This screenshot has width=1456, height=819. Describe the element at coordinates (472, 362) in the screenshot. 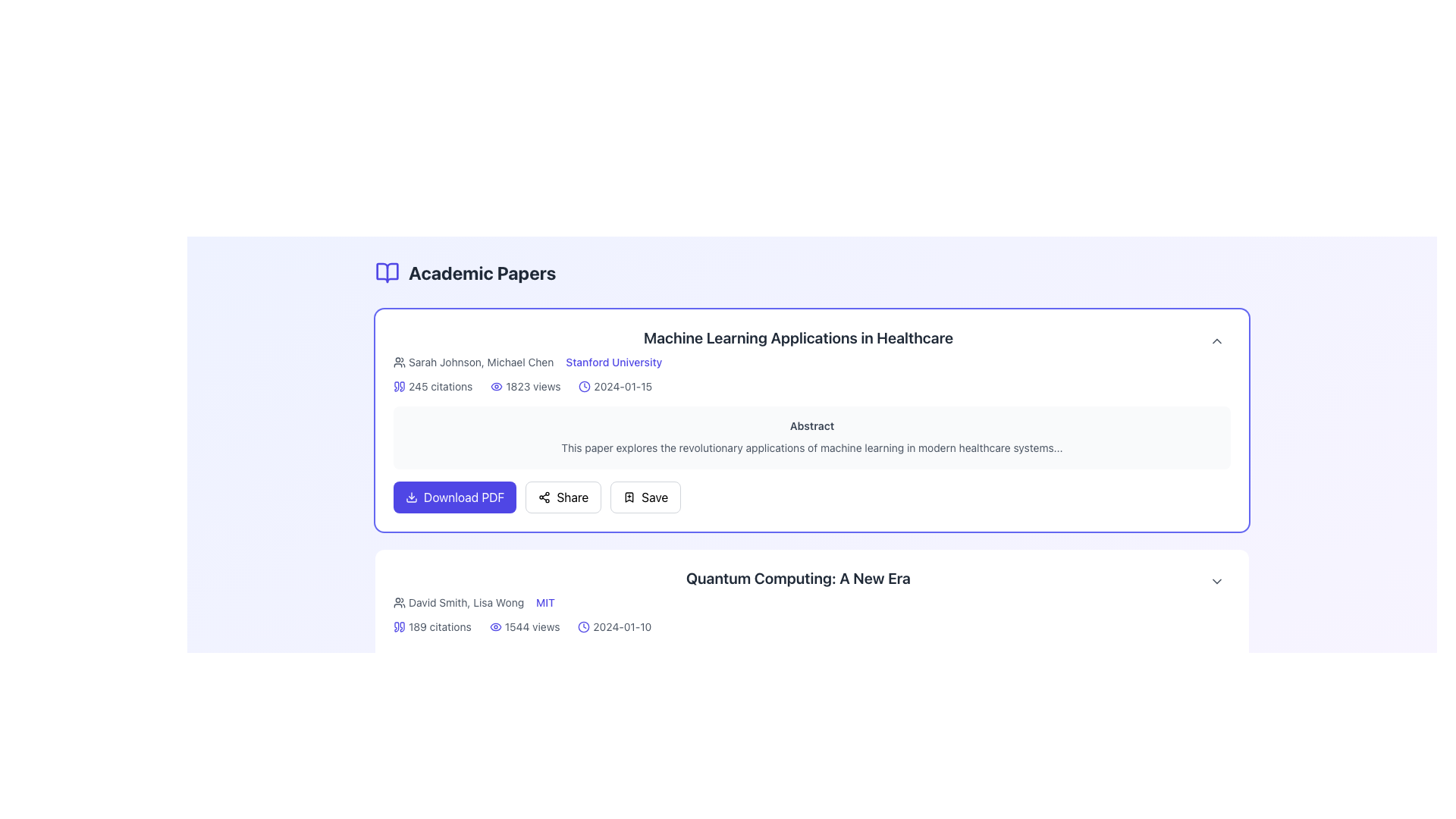

I see `names 'Sarah Johnson, Michael Chen' displayed next to the user group icon in the top section of the card for the paper titled 'Machine Learning Applications in Healthcare'` at that location.